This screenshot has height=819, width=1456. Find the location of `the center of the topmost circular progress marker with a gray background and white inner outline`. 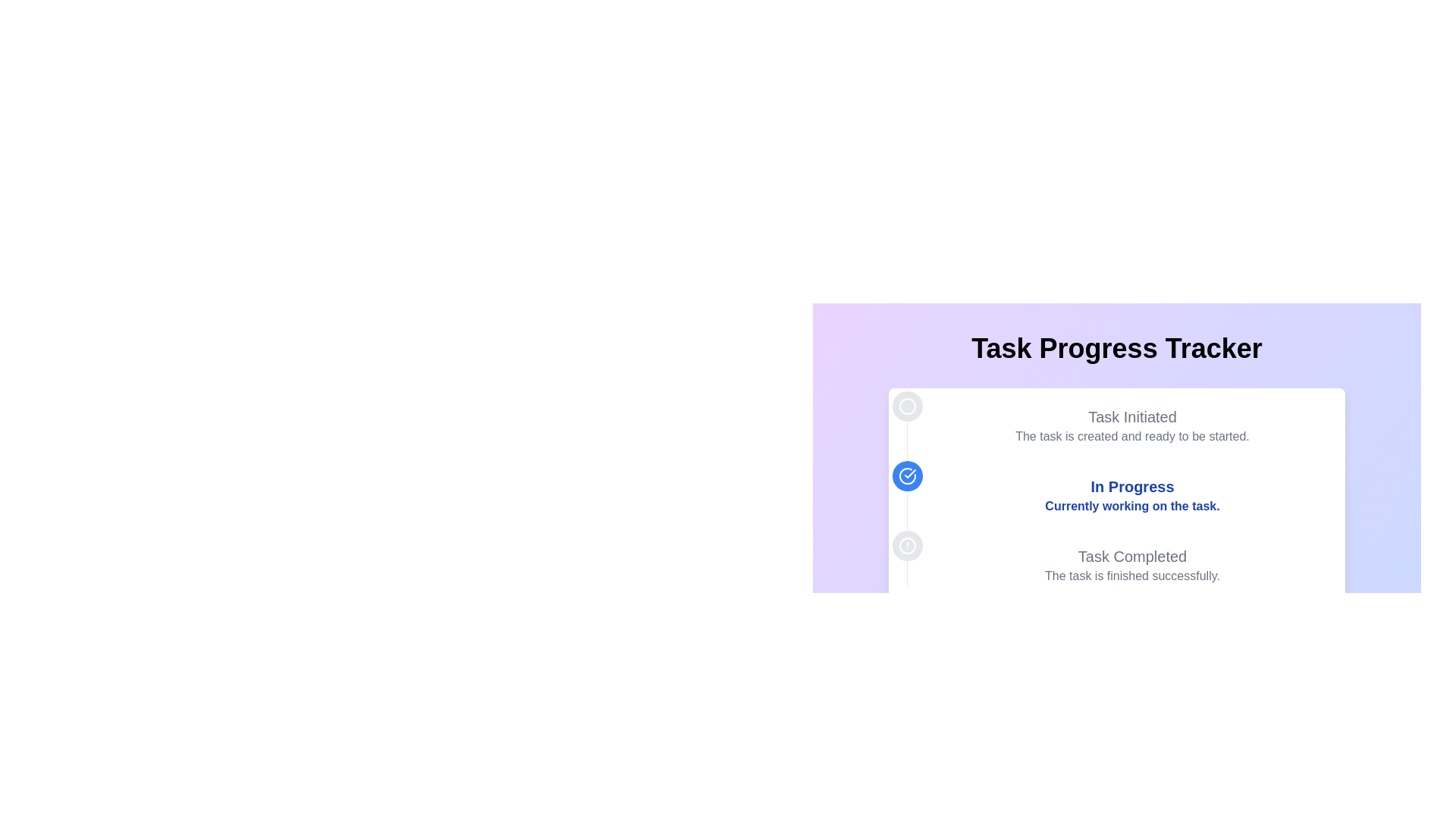

the center of the topmost circular progress marker with a gray background and white inner outline is located at coordinates (908, 406).